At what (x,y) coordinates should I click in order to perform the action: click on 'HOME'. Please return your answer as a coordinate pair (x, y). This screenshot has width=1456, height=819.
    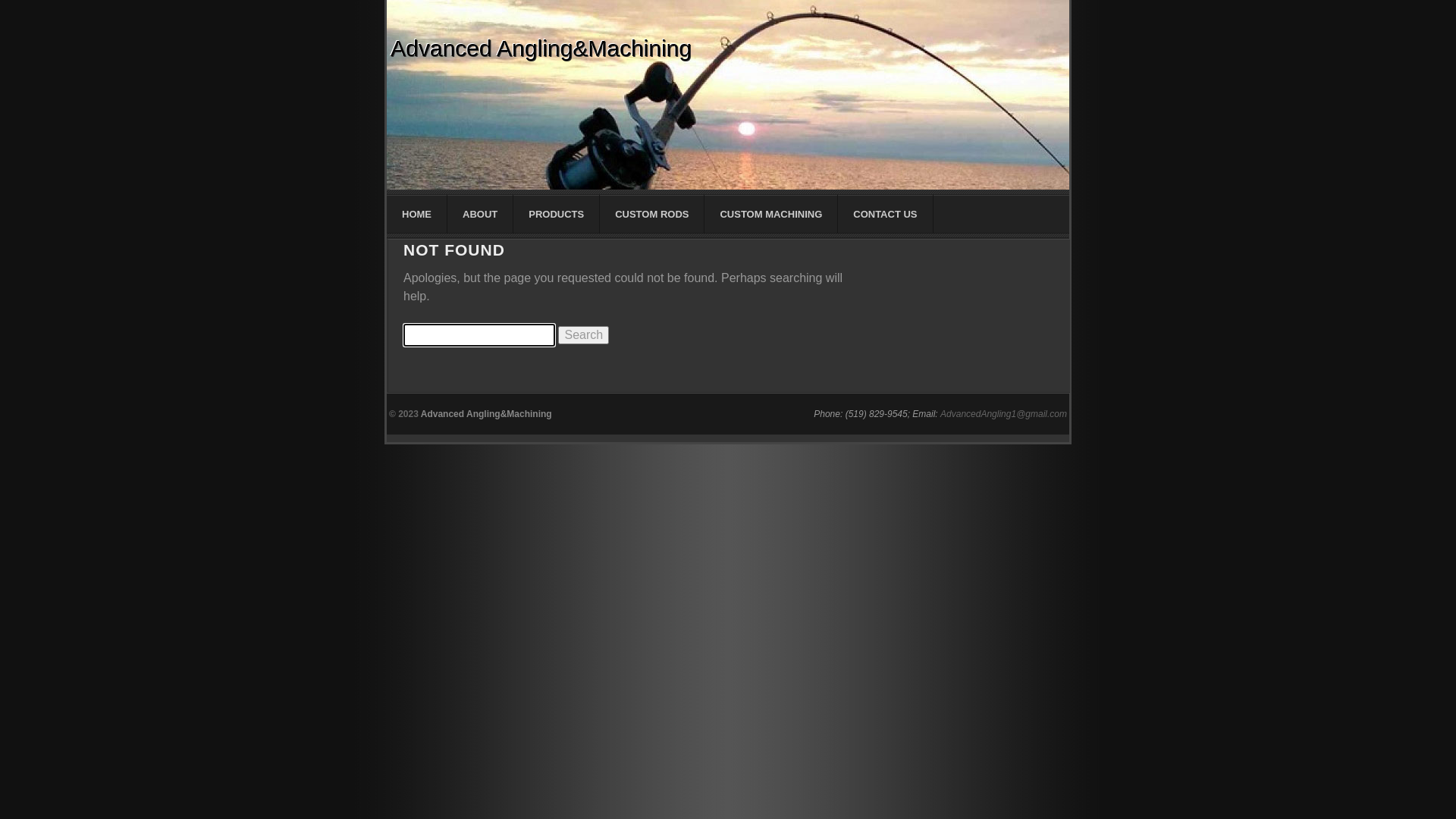
    Looking at the image, I should click on (417, 214).